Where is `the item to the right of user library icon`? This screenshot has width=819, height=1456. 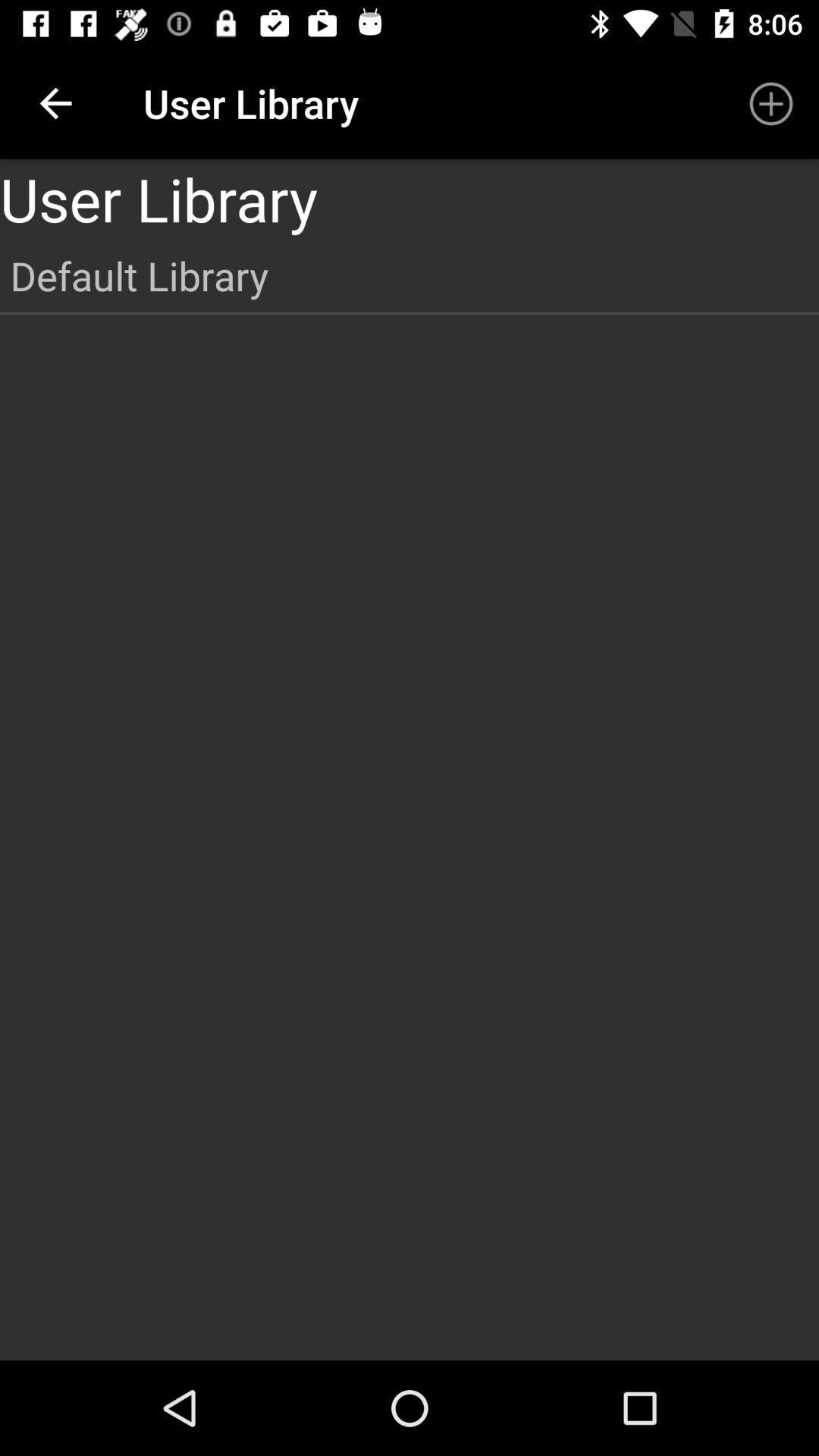
the item to the right of user library icon is located at coordinates (771, 102).